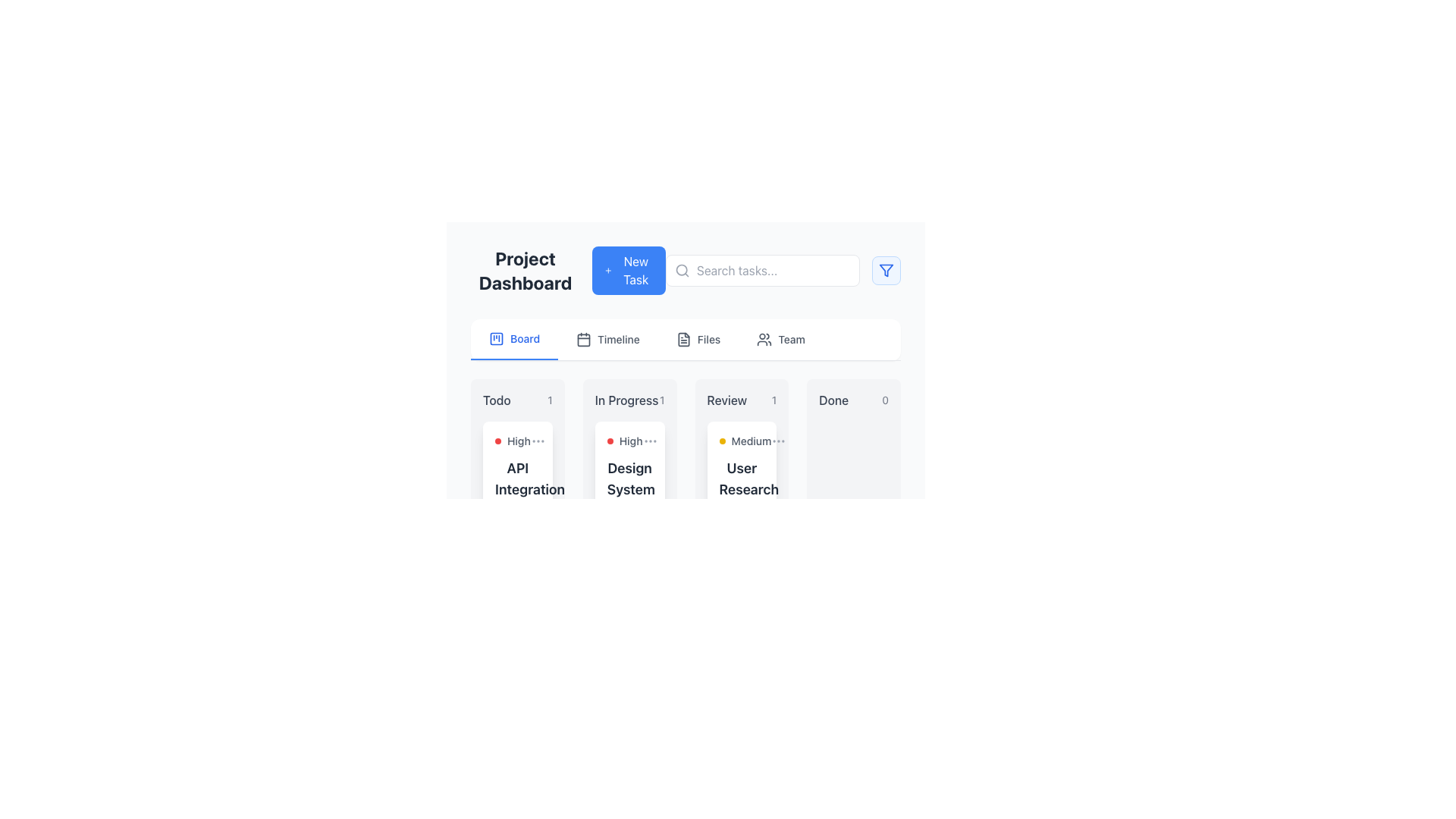 The width and height of the screenshot is (1456, 819). What do you see at coordinates (745, 441) in the screenshot?
I see `the 'Medium' priority label with an adjacent yellow dot located in the 'Review' column under the 'User Research' task card` at bounding box center [745, 441].